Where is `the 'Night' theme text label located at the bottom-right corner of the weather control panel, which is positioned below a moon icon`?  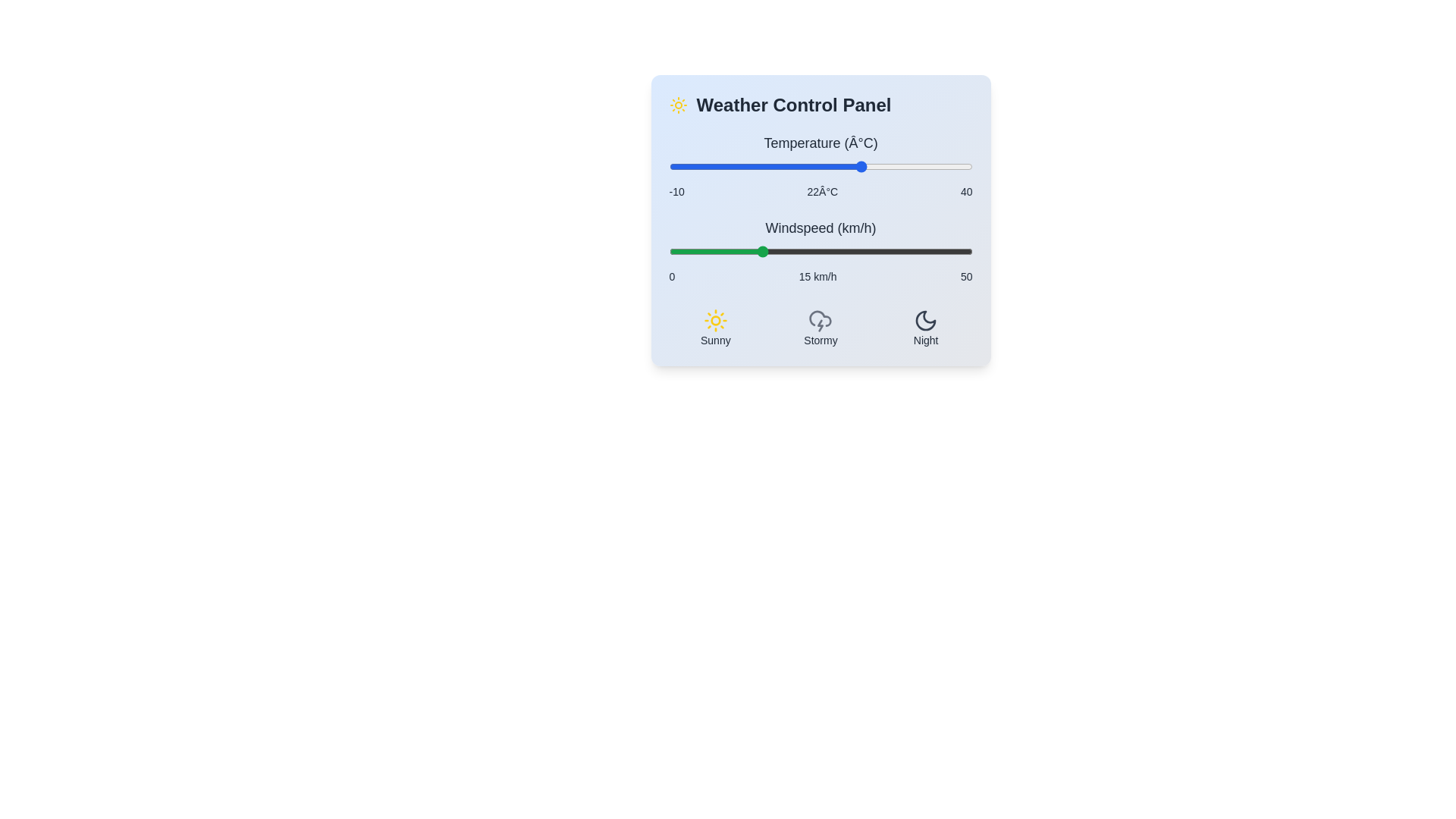 the 'Night' theme text label located at the bottom-right corner of the weather control panel, which is positioned below a moon icon is located at coordinates (925, 339).